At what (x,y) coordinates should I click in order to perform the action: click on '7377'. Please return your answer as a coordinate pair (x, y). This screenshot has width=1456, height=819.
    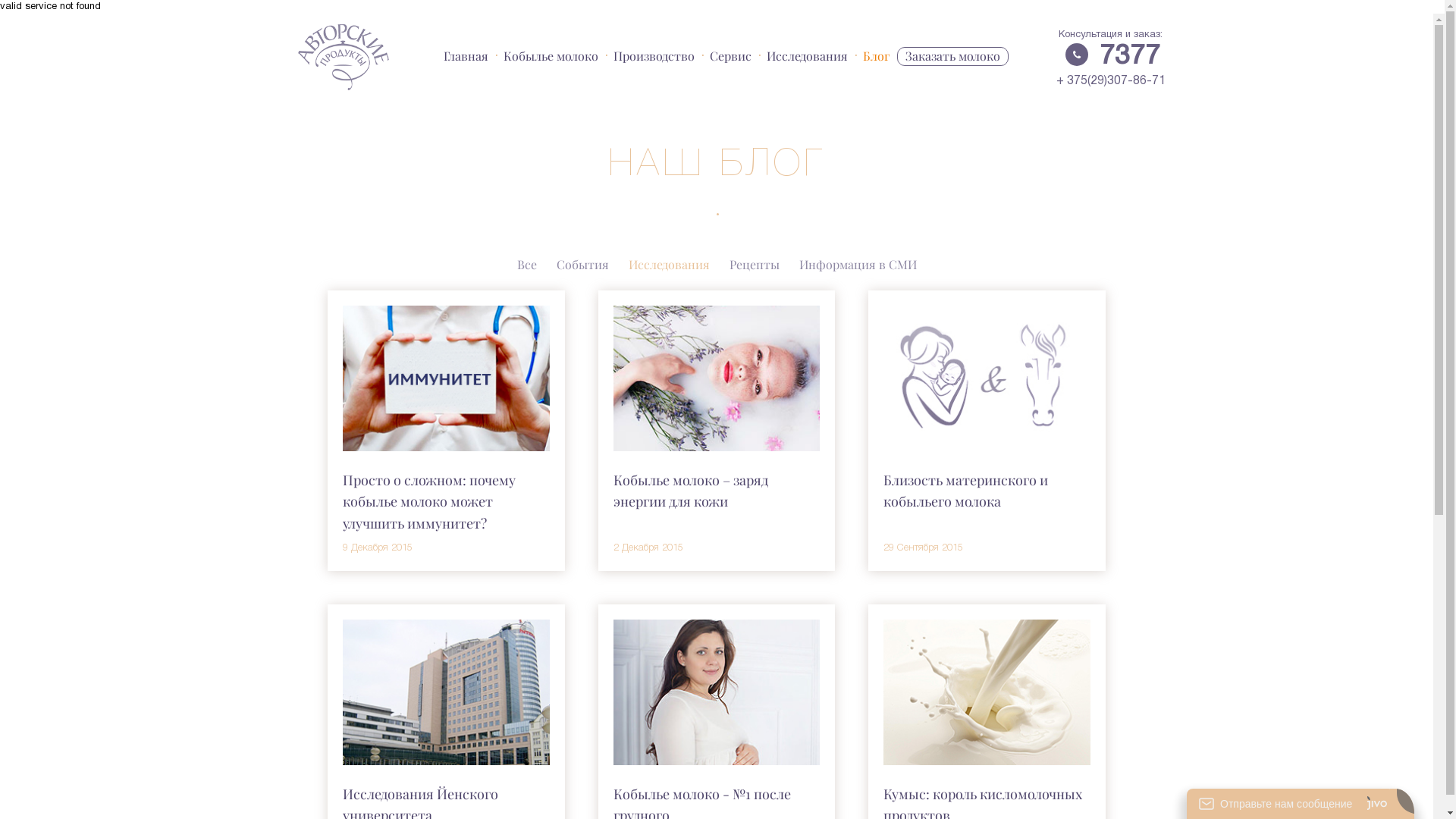
    Looking at the image, I should click on (1129, 55).